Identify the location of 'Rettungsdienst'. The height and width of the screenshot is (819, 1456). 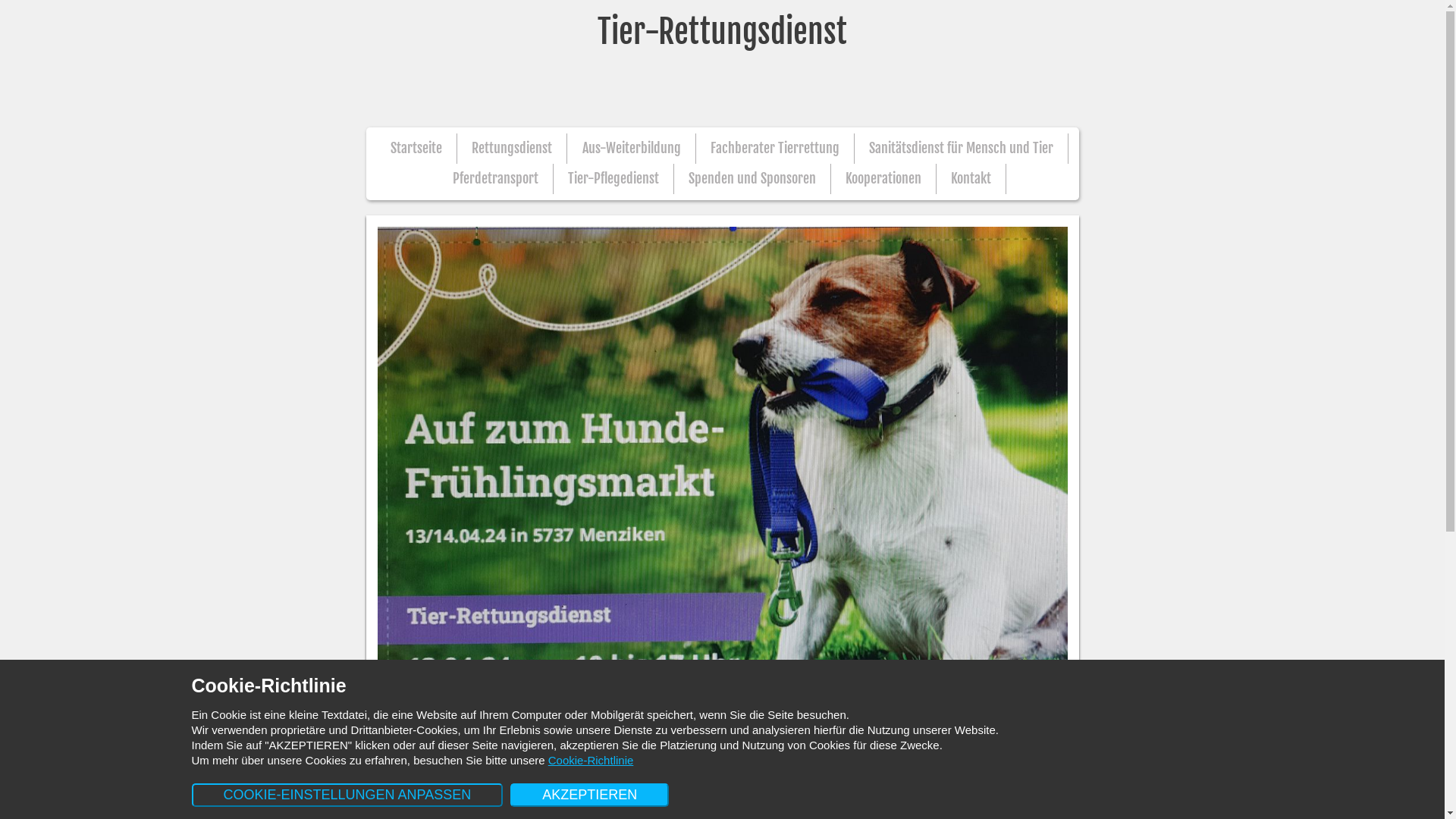
(512, 149).